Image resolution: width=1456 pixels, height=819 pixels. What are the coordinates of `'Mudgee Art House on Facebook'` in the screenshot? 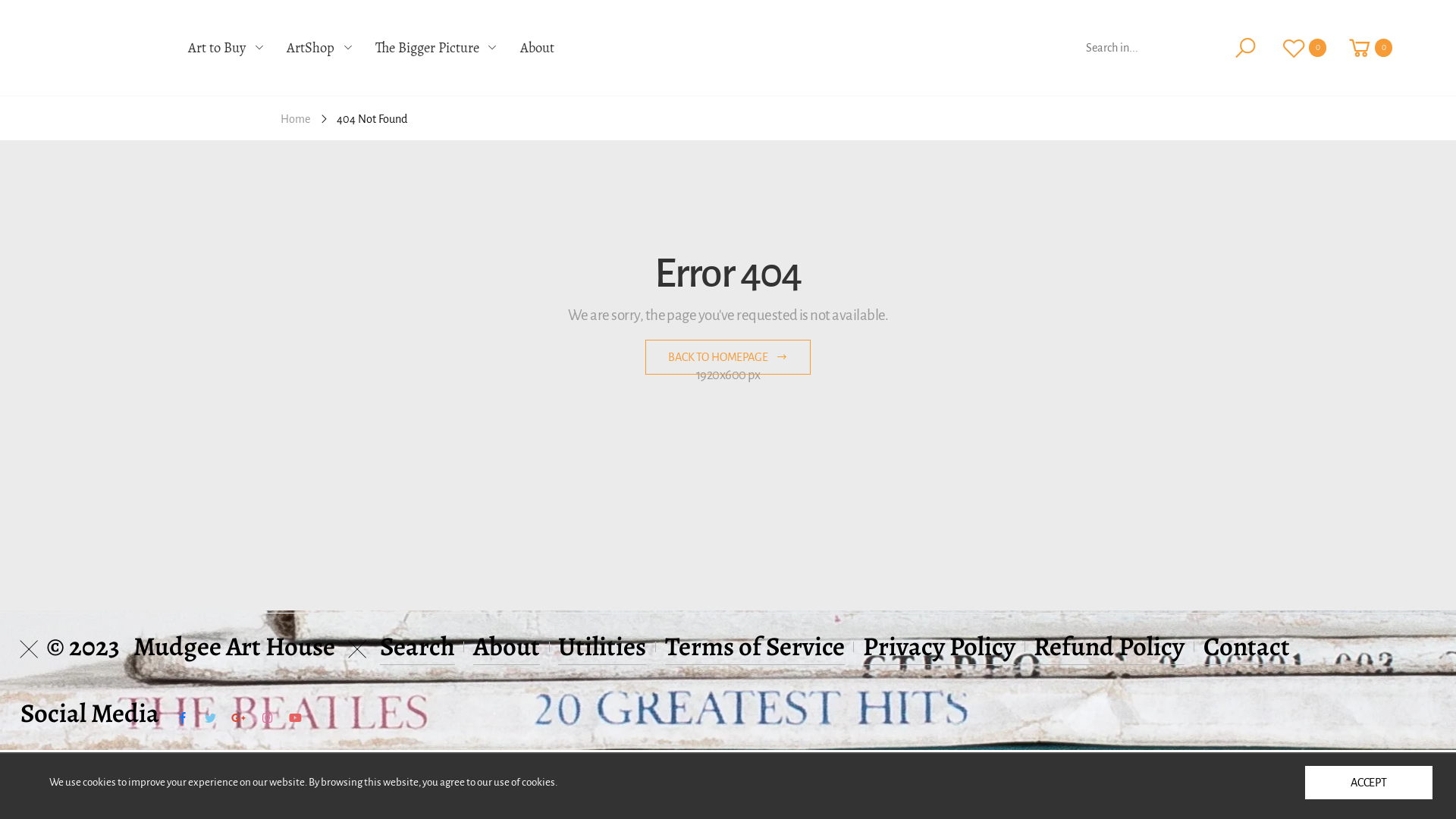 It's located at (177, 717).